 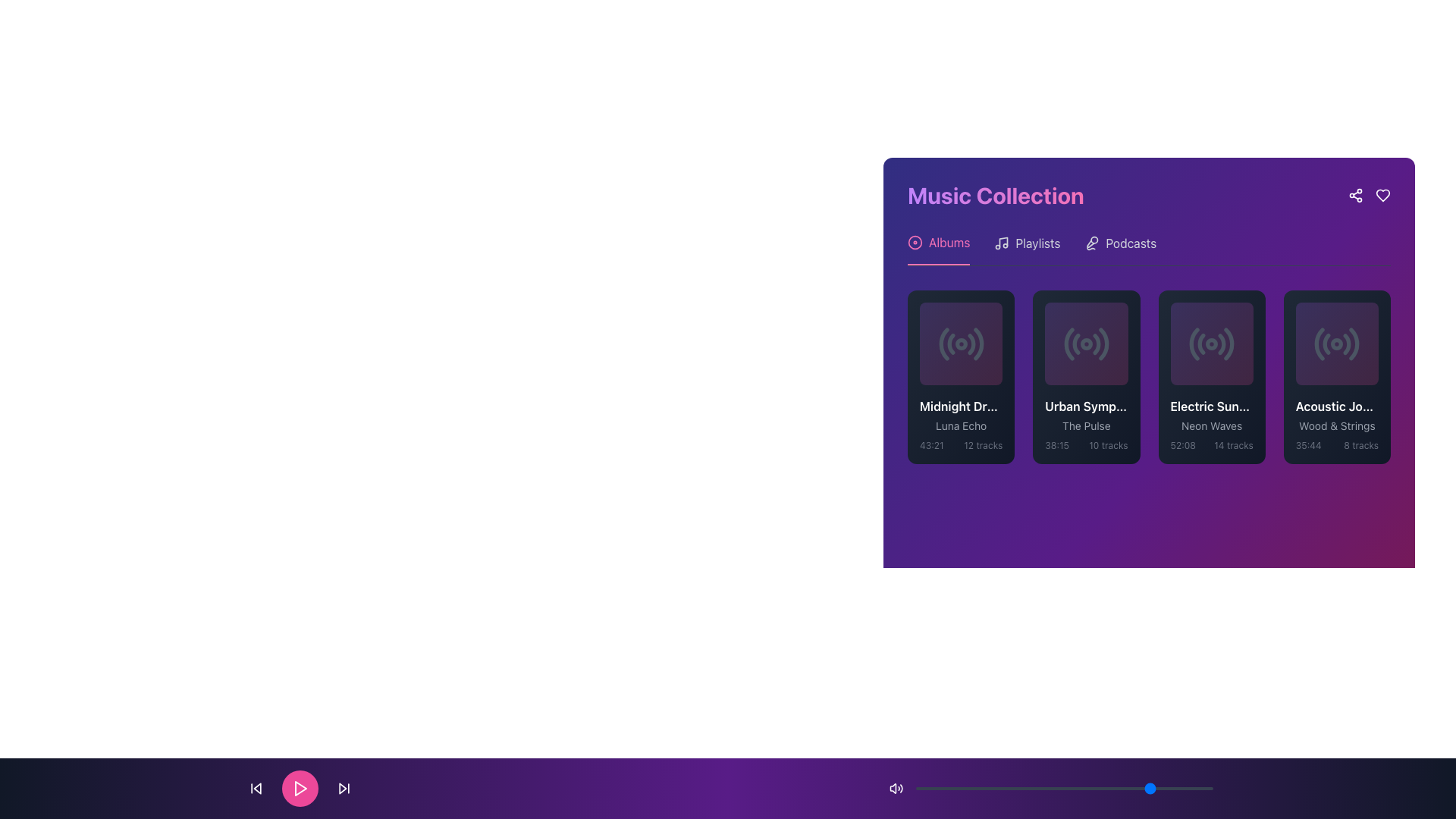 What do you see at coordinates (1211, 426) in the screenshot?
I see `the text label displaying the track name in the lower section of the third album card from the left in the 'Music Collection' section to trigger a tooltip` at bounding box center [1211, 426].